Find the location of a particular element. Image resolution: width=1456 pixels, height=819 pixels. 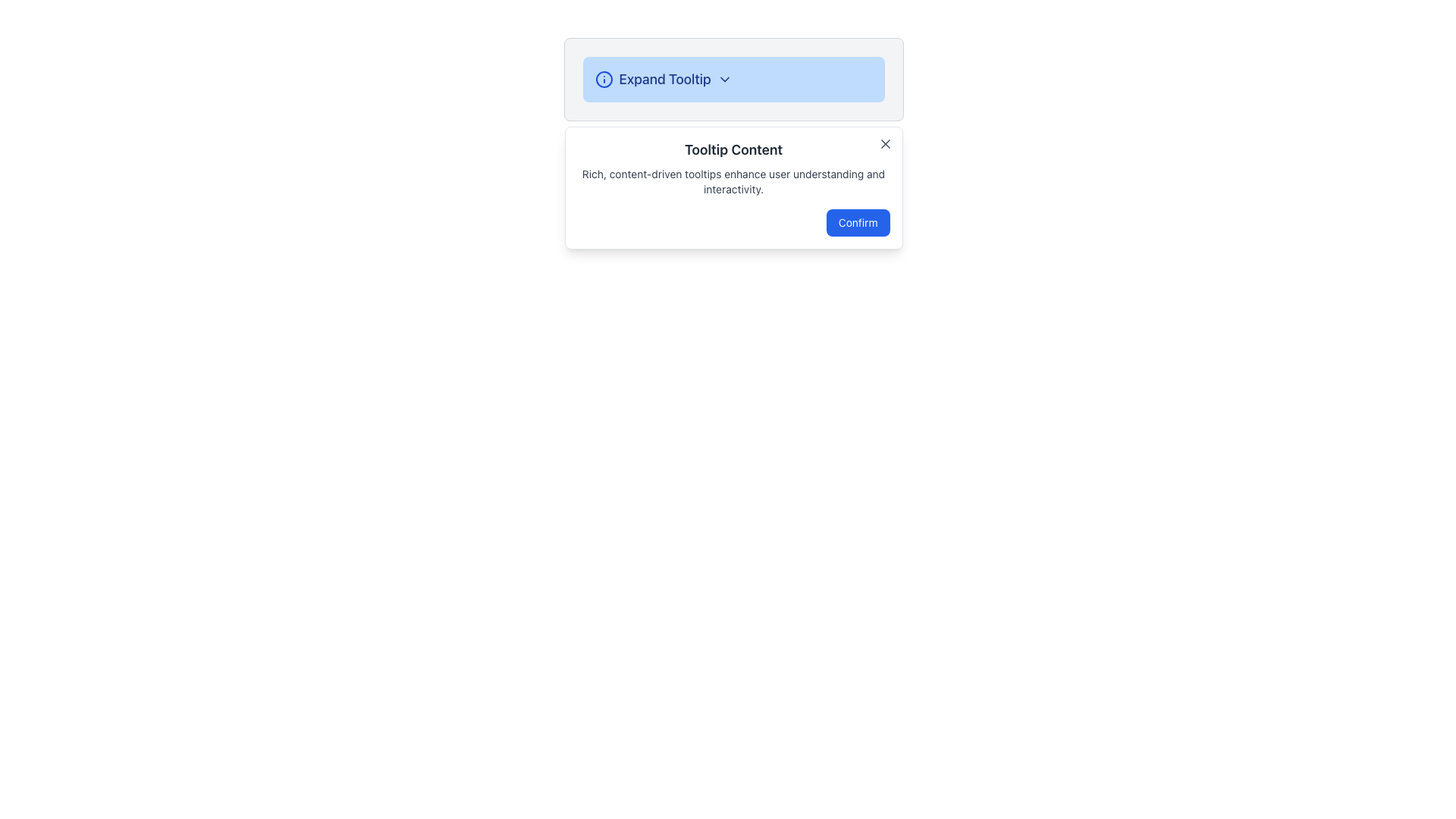

the confirm button located at the bottom right of the dialog box to confirm the action is located at coordinates (858, 222).